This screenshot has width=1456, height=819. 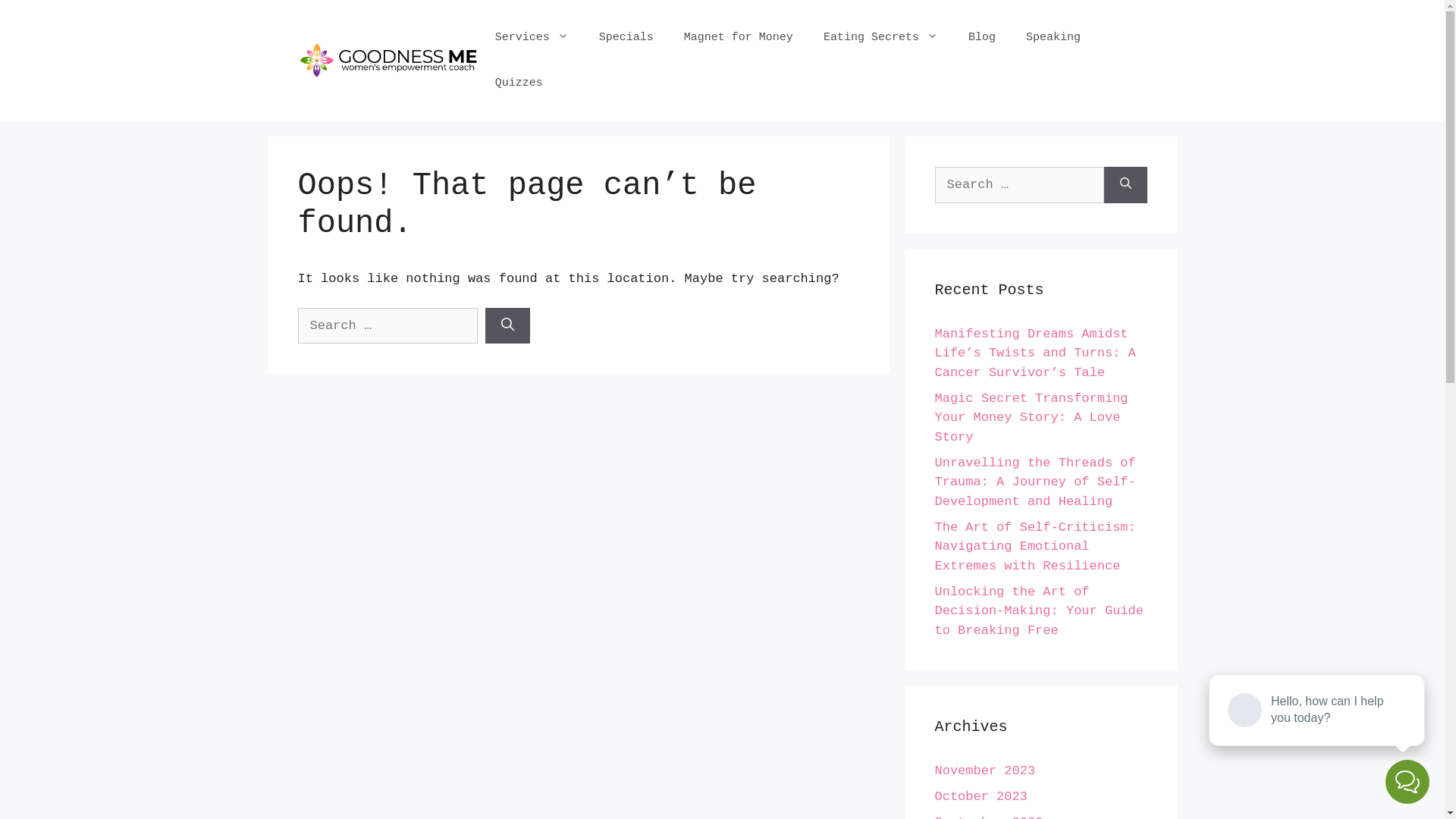 I want to click on 'Specials', so click(x=626, y=37).